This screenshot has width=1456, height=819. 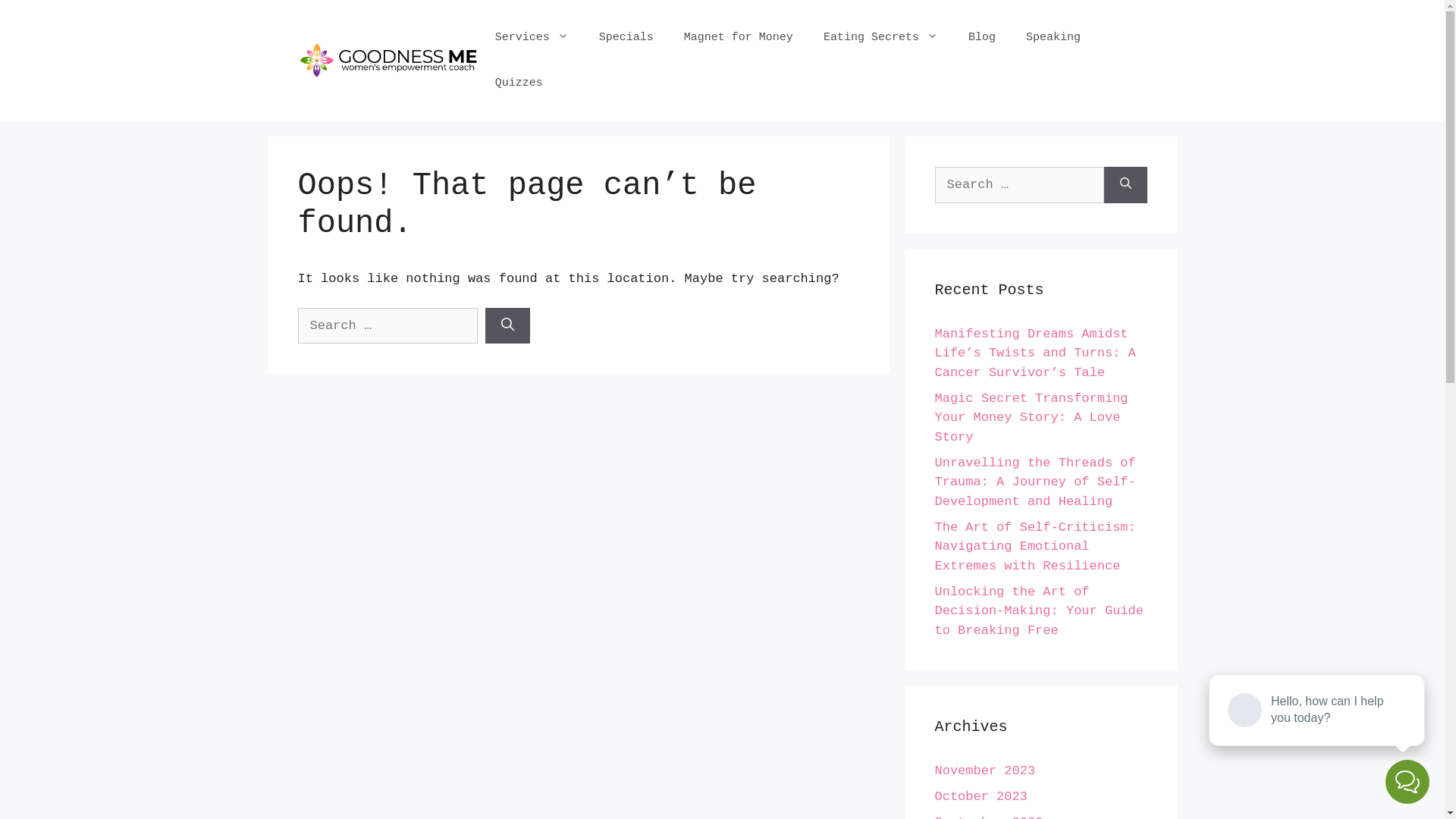 I want to click on 'Specials', so click(x=626, y=37).